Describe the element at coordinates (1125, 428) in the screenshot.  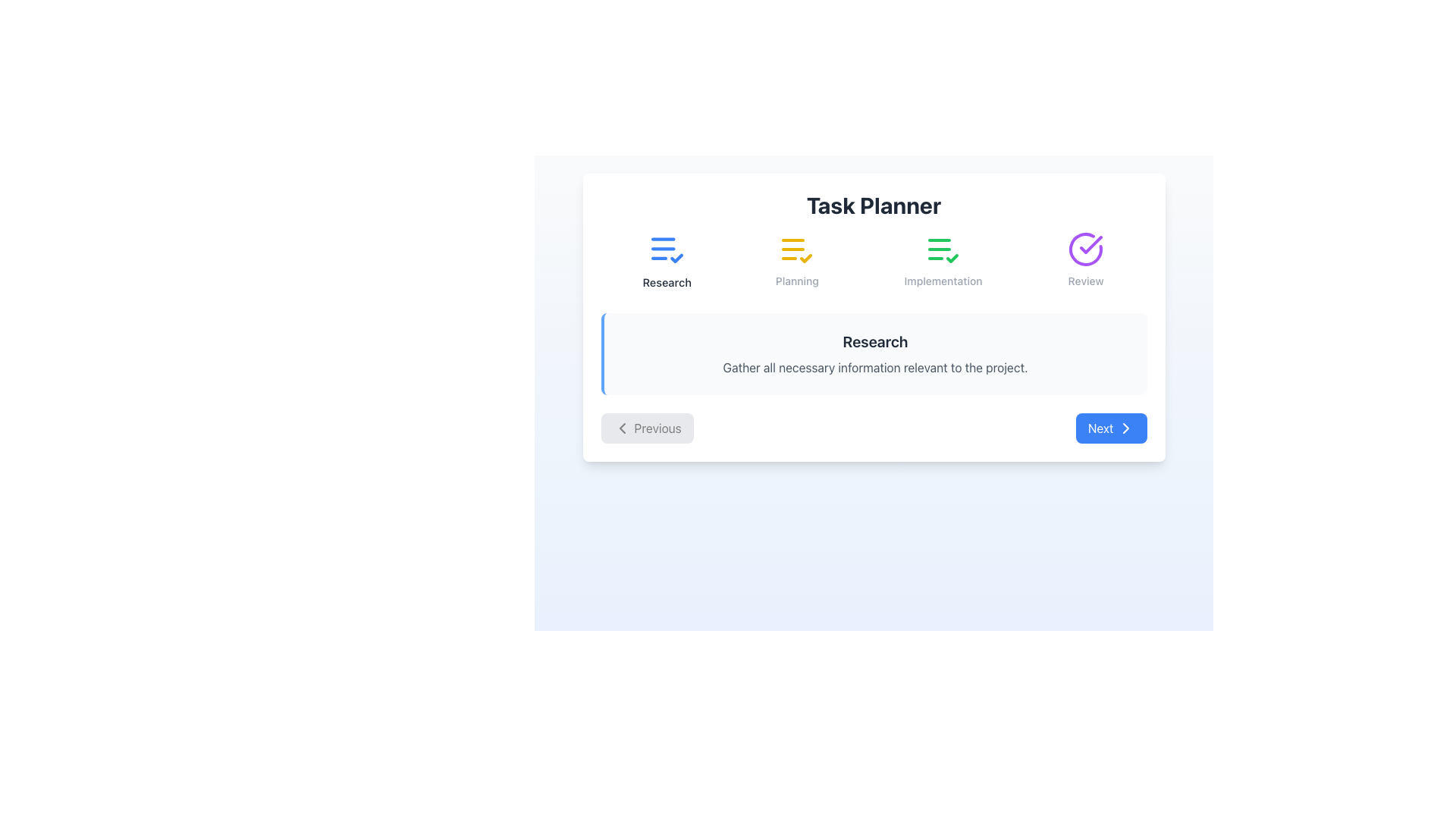
I see `the SVG icon representing a navigation arrow located in the lower-right corner adjacent to the 'Next' button, which symbolizes progression or navigation to the next step` at that location.